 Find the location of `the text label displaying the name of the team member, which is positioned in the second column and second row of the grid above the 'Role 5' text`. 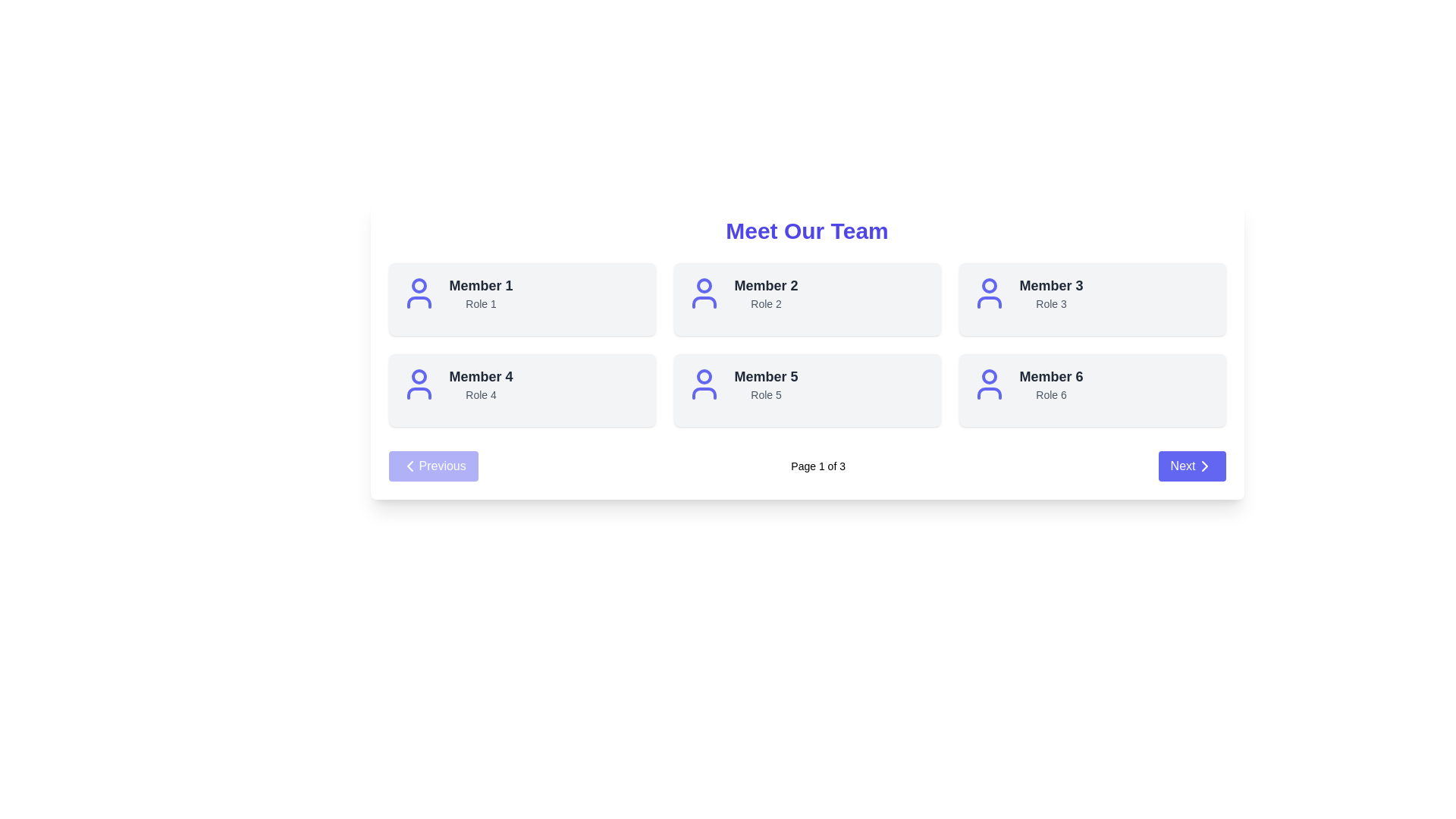

the text label displaying the name of the team member, which is positioned in the second column and second row of the grid above the 'Role 5' text is located at coordinates (766, 376).